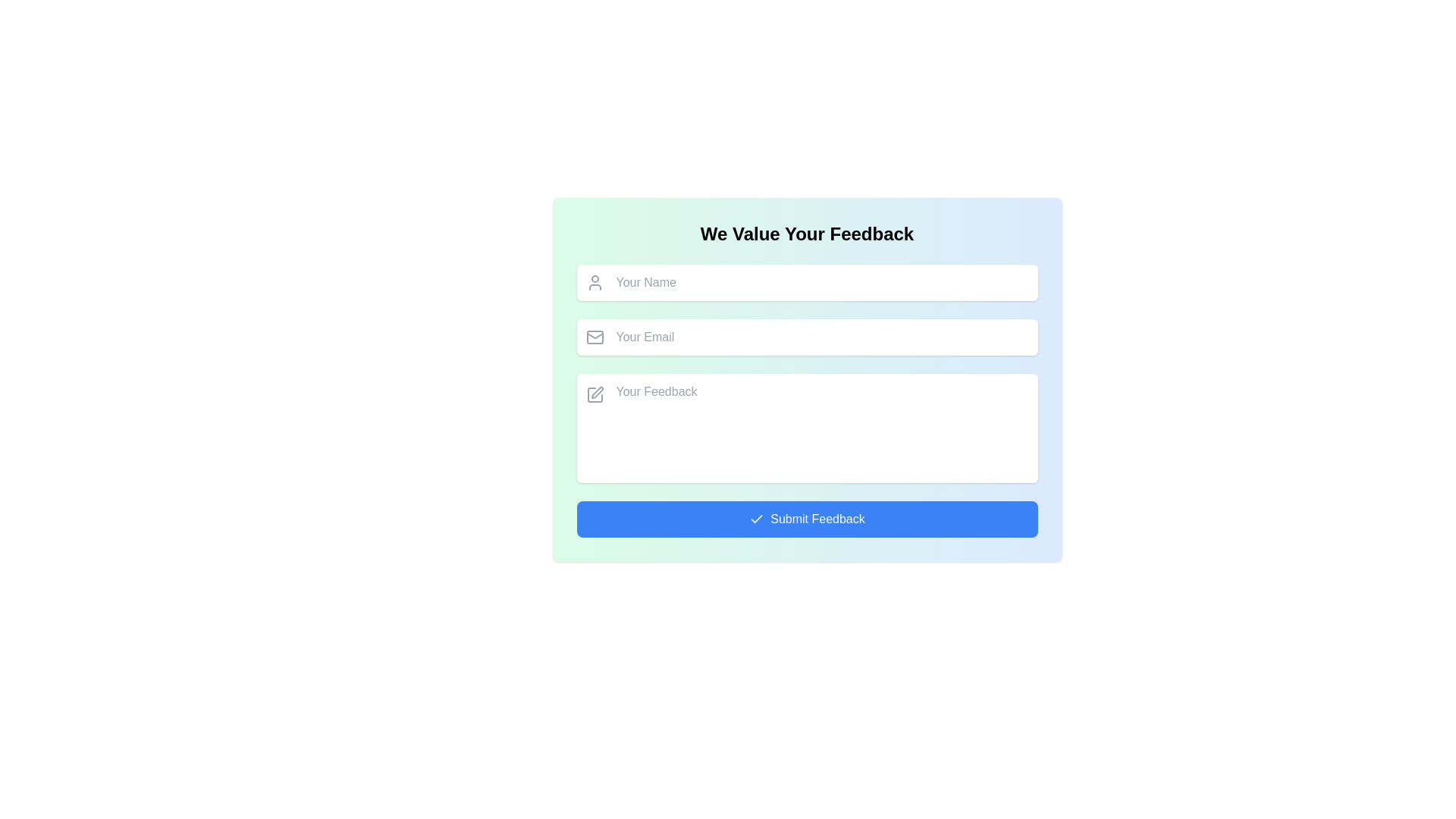 This screenshot has width=1456, height=819. Describe the element at coordinates (594, 336) in the screenshot. I see `the email icon which visually signifies the adjacent email input field, positioned centrally to the left of the email text area` at that location.